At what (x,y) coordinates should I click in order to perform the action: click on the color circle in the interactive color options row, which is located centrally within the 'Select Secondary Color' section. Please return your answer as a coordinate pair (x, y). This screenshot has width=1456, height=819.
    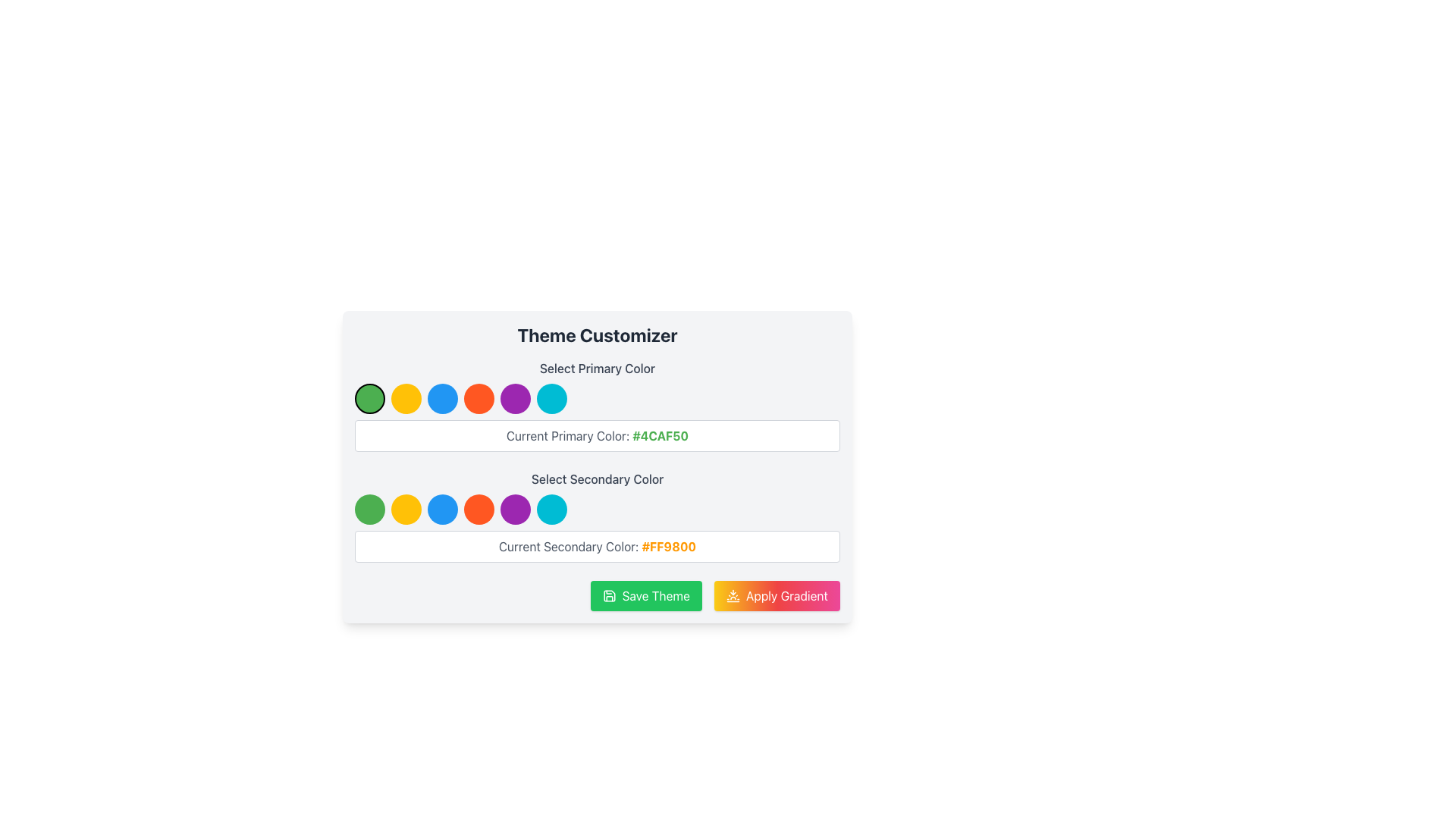
    Looking at the image, I should click on (596, 509).